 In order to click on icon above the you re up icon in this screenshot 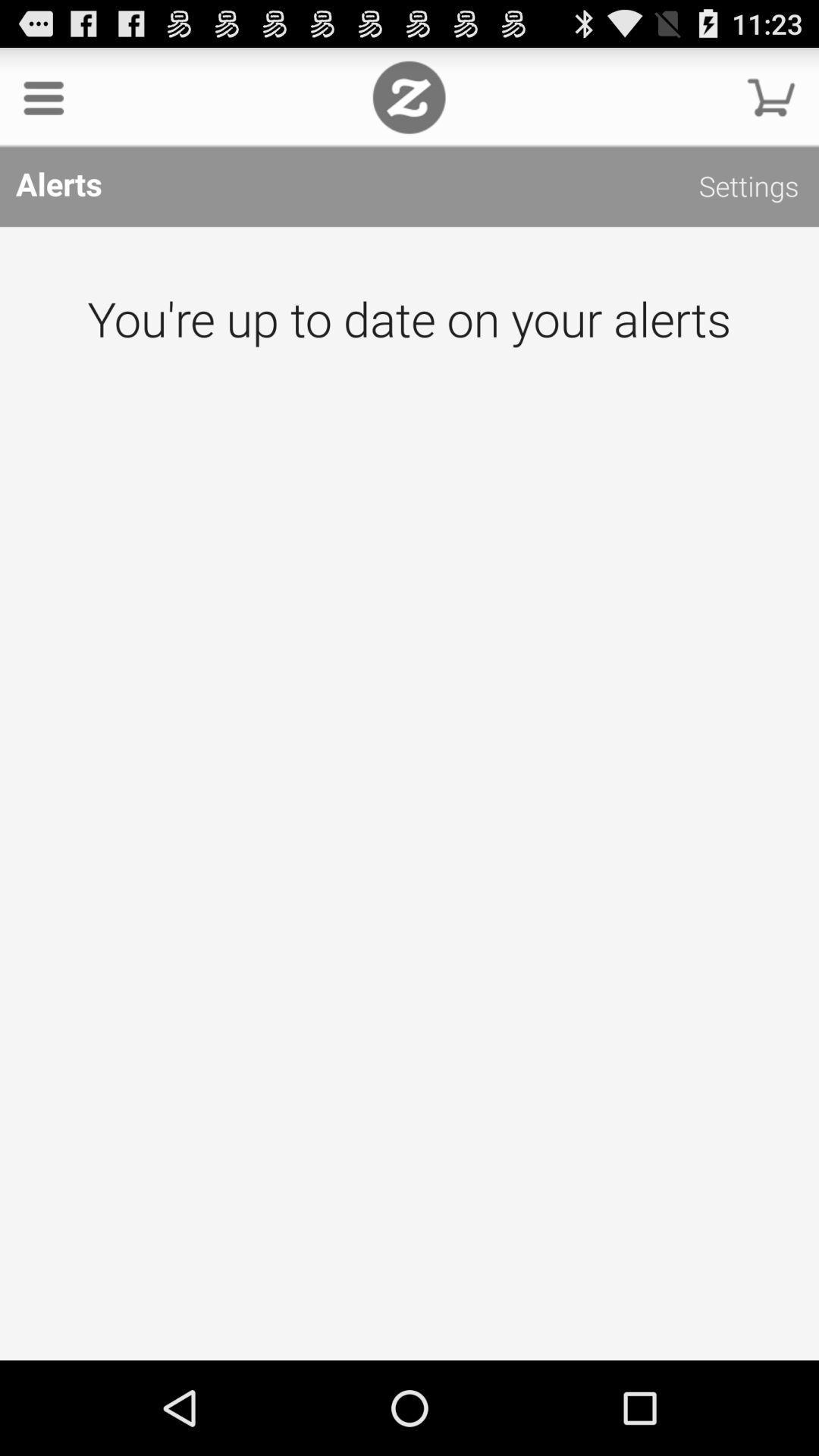, I will do `click(748, 188)`.